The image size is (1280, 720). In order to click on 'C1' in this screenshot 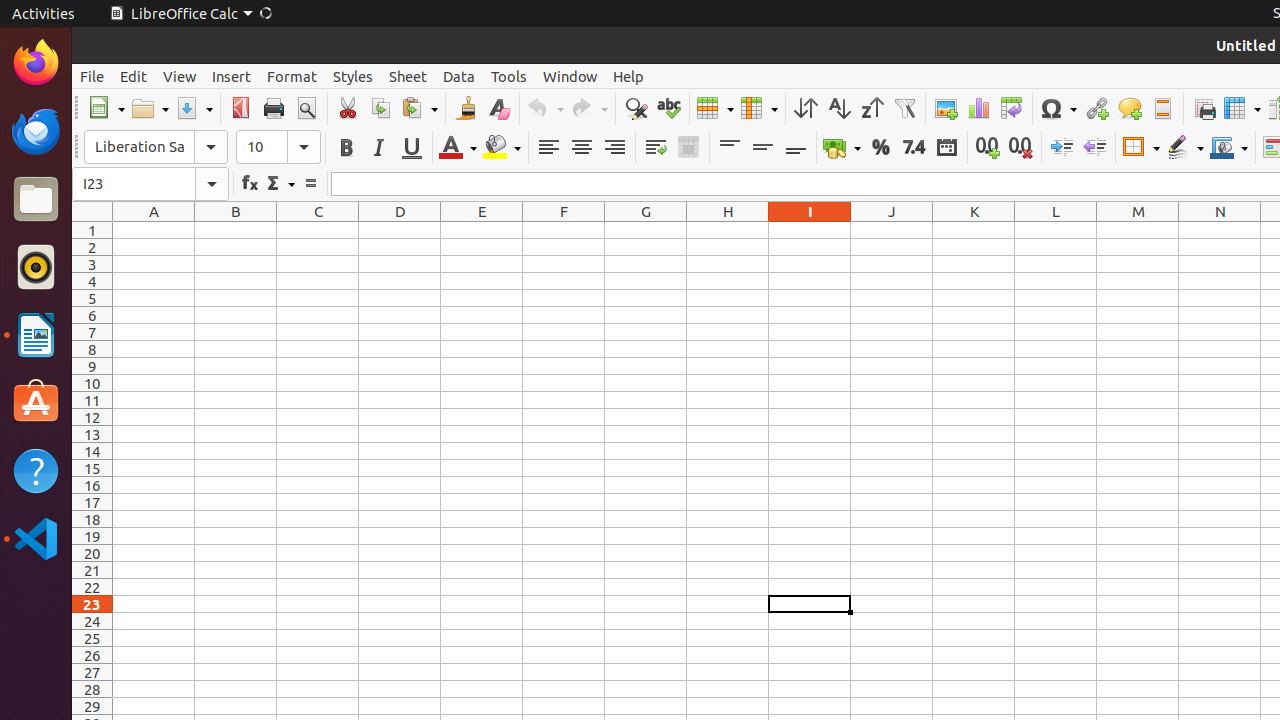, I will do `click(316, 229)`.